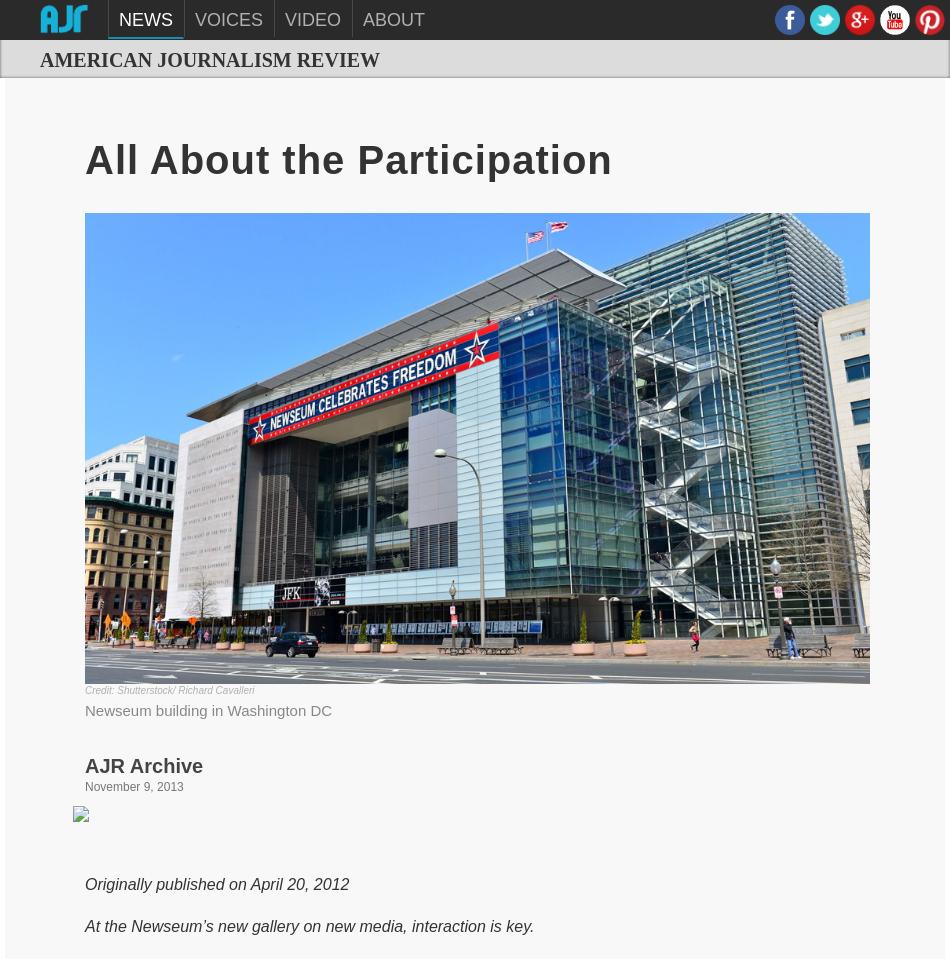 The width and height of the screenshot is (950, 959). Describe the element at coordinates (85, 785) in the screenshot. I see `'November 9, 2013'` at that location.